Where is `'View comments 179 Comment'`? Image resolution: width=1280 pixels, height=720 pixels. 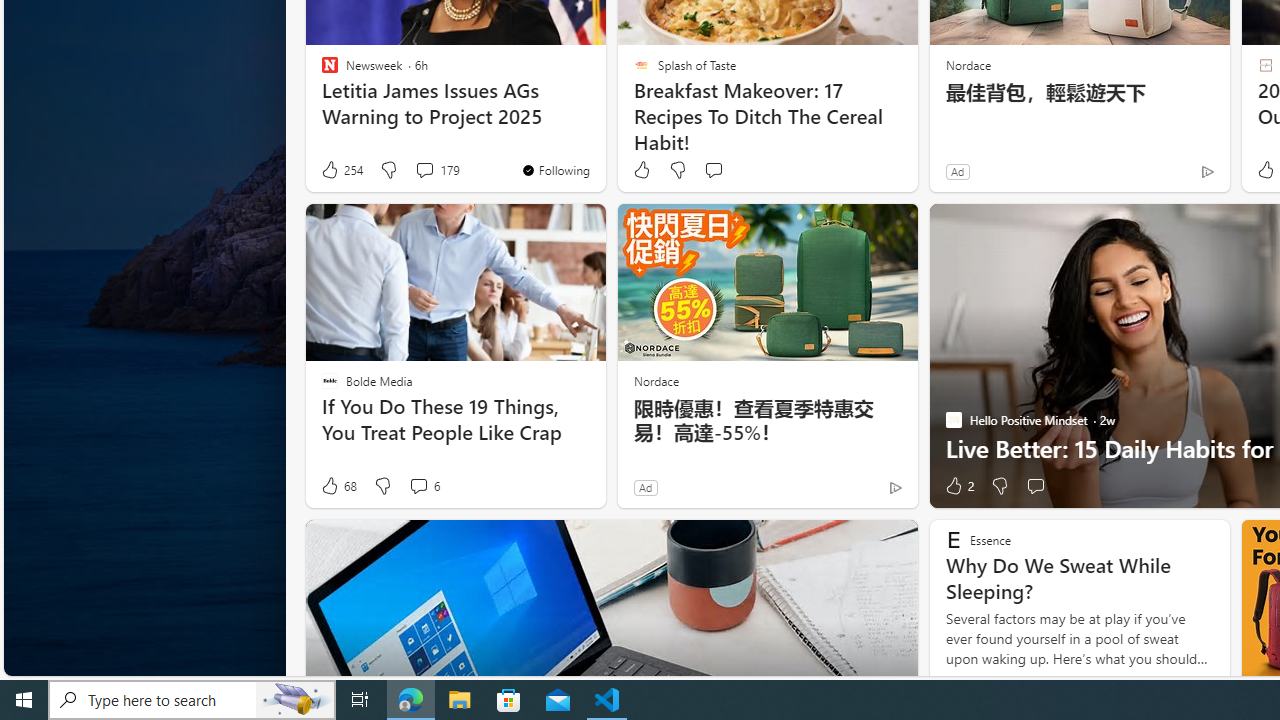
'View comments 179 Comment' is located at coordinates (436, 169).